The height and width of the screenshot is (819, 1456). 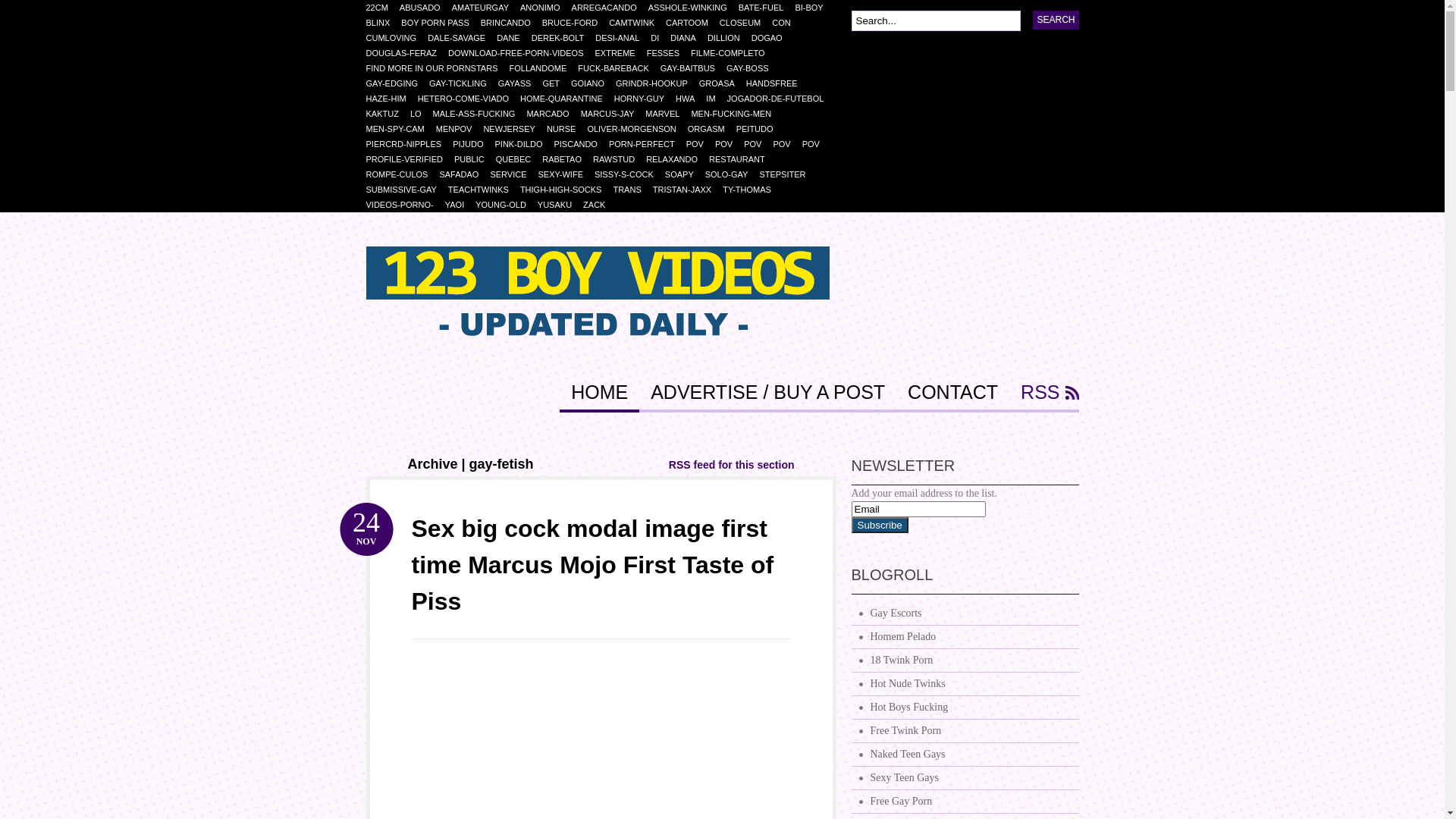 I want to click on 'GAYASS', so click(x=520, y=83).